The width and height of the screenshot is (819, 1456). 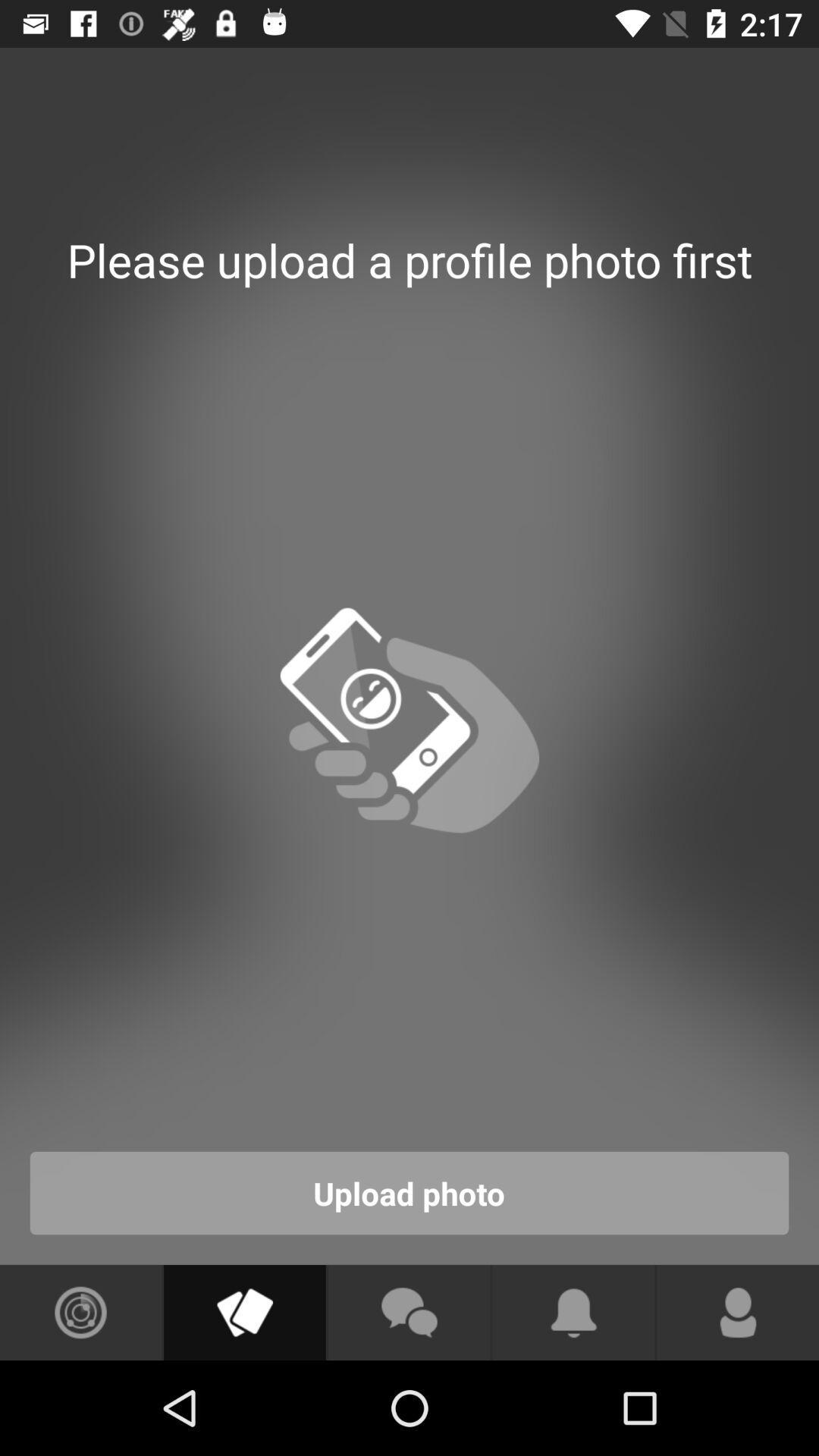 What do you see at coordinates (243, 1312) in the screenshot?
I see `the volume icon` at bounding box center [243, 1312].